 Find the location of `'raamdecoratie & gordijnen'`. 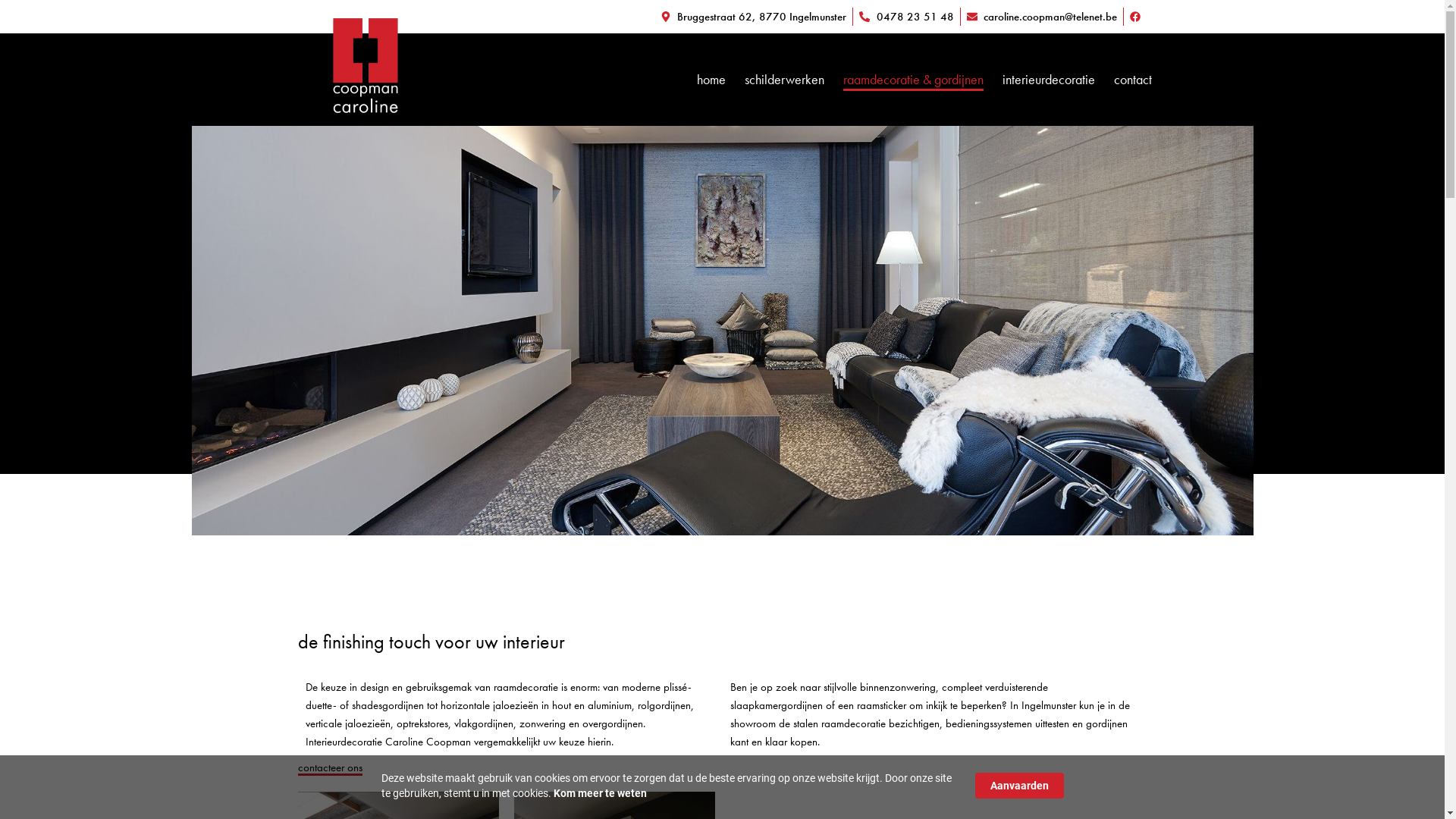

'raamdecoratie & gordijnen' is located at coordinates (912, 79).